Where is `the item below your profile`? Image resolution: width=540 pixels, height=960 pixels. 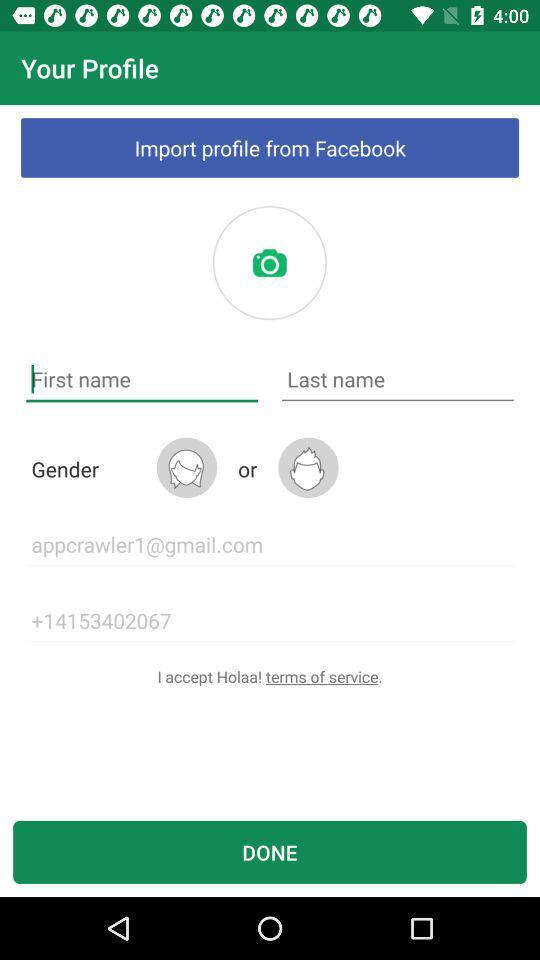 the item below your profile is located at coordinates (270, 146).